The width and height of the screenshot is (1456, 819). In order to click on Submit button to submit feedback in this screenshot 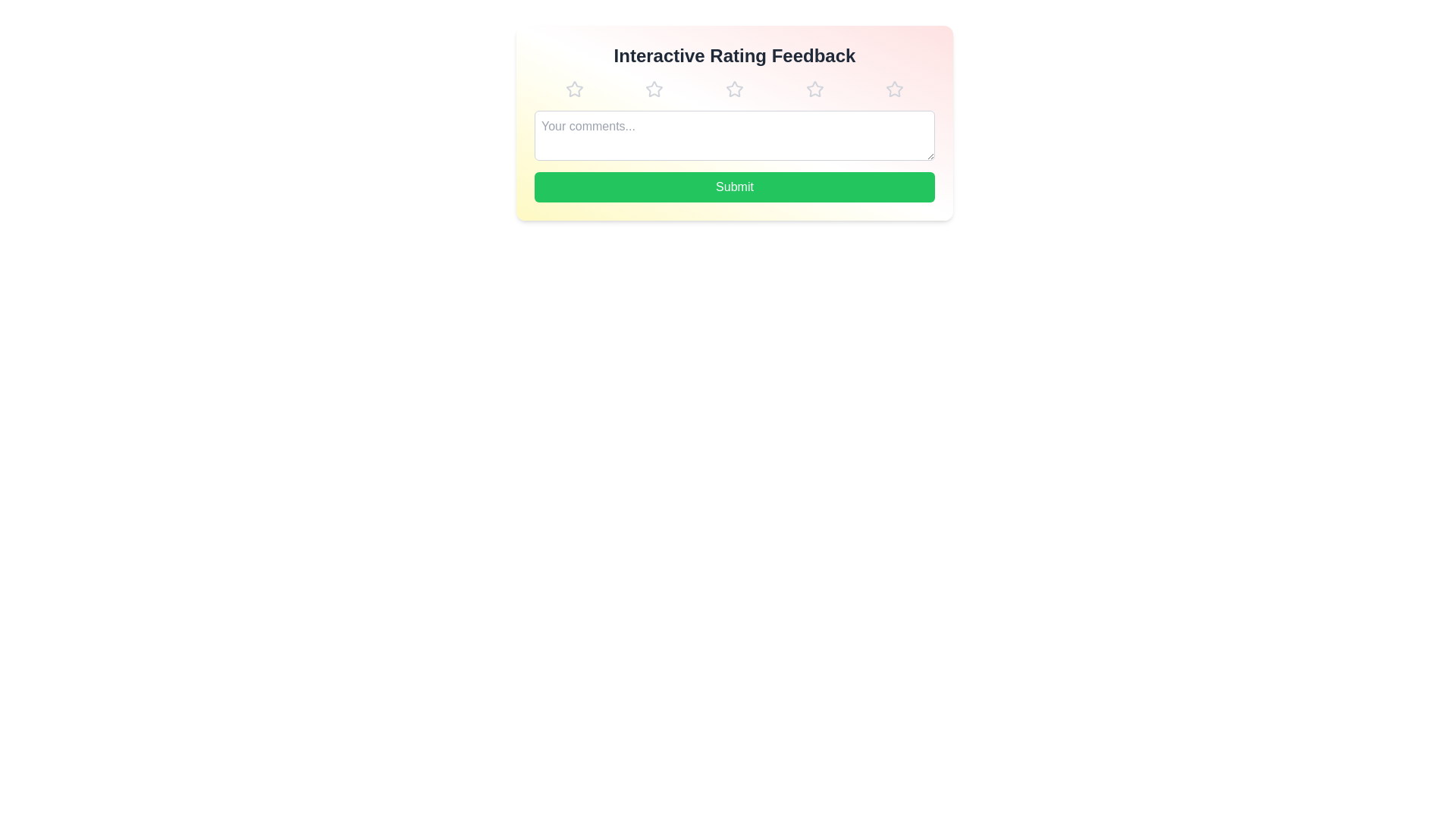, I will do `click(735, 186)`.